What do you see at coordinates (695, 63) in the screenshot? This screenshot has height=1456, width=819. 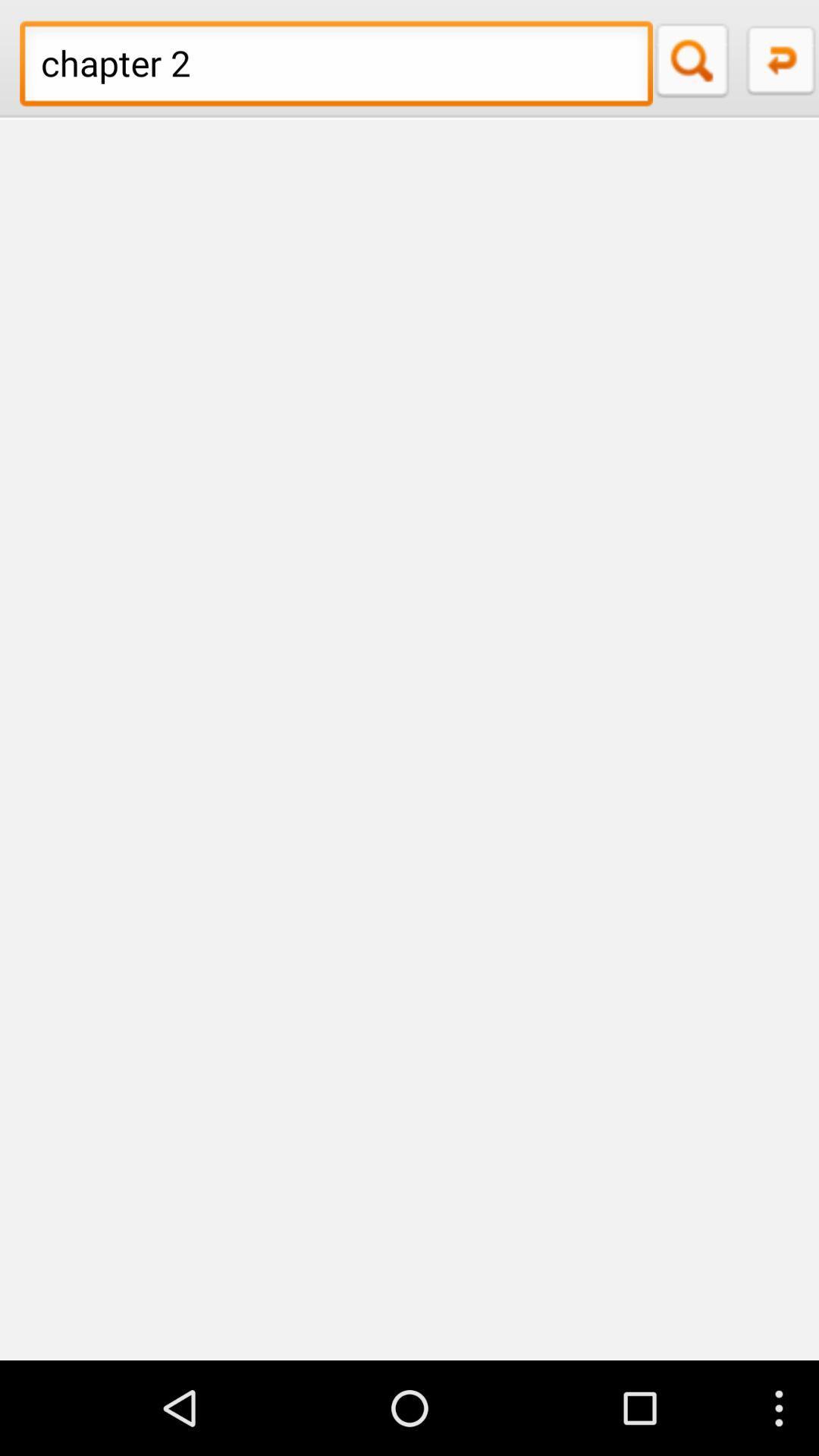 I see `the search icon` at bounding box center [695, 63].